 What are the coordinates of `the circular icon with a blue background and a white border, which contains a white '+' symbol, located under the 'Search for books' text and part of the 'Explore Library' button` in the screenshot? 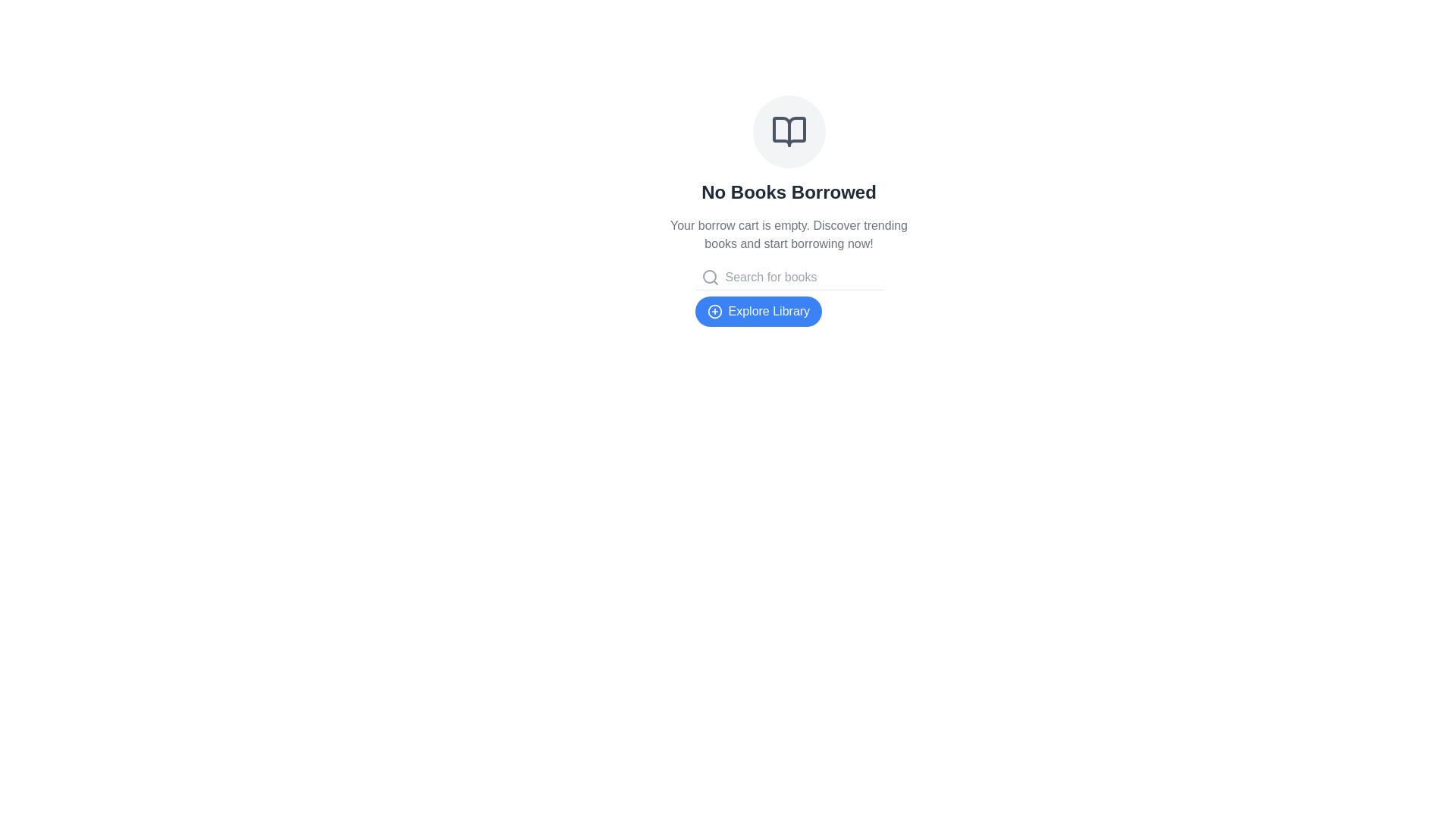 It's located at (714, 311).